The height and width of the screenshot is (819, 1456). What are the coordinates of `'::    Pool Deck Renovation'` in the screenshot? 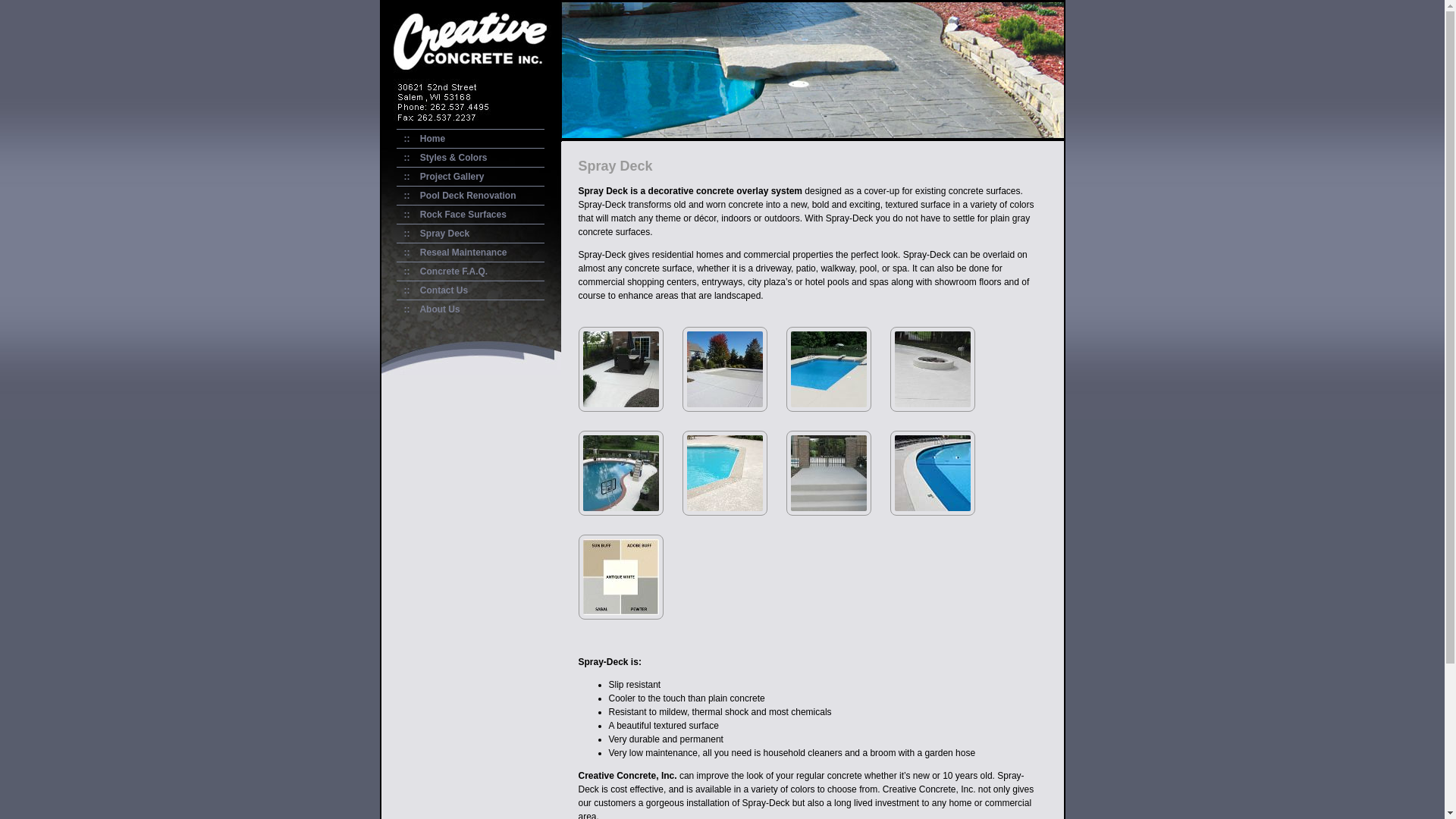 It's located at (396, 195).